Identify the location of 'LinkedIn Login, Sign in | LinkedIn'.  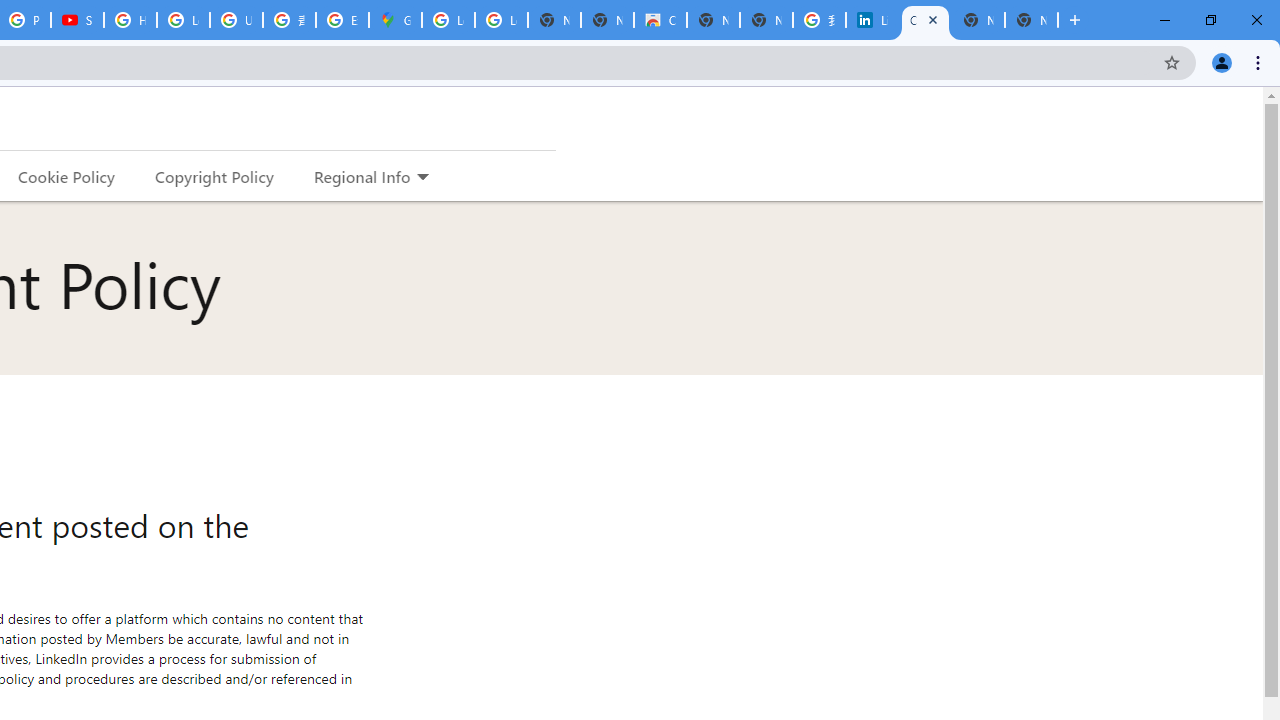
(872, 20).